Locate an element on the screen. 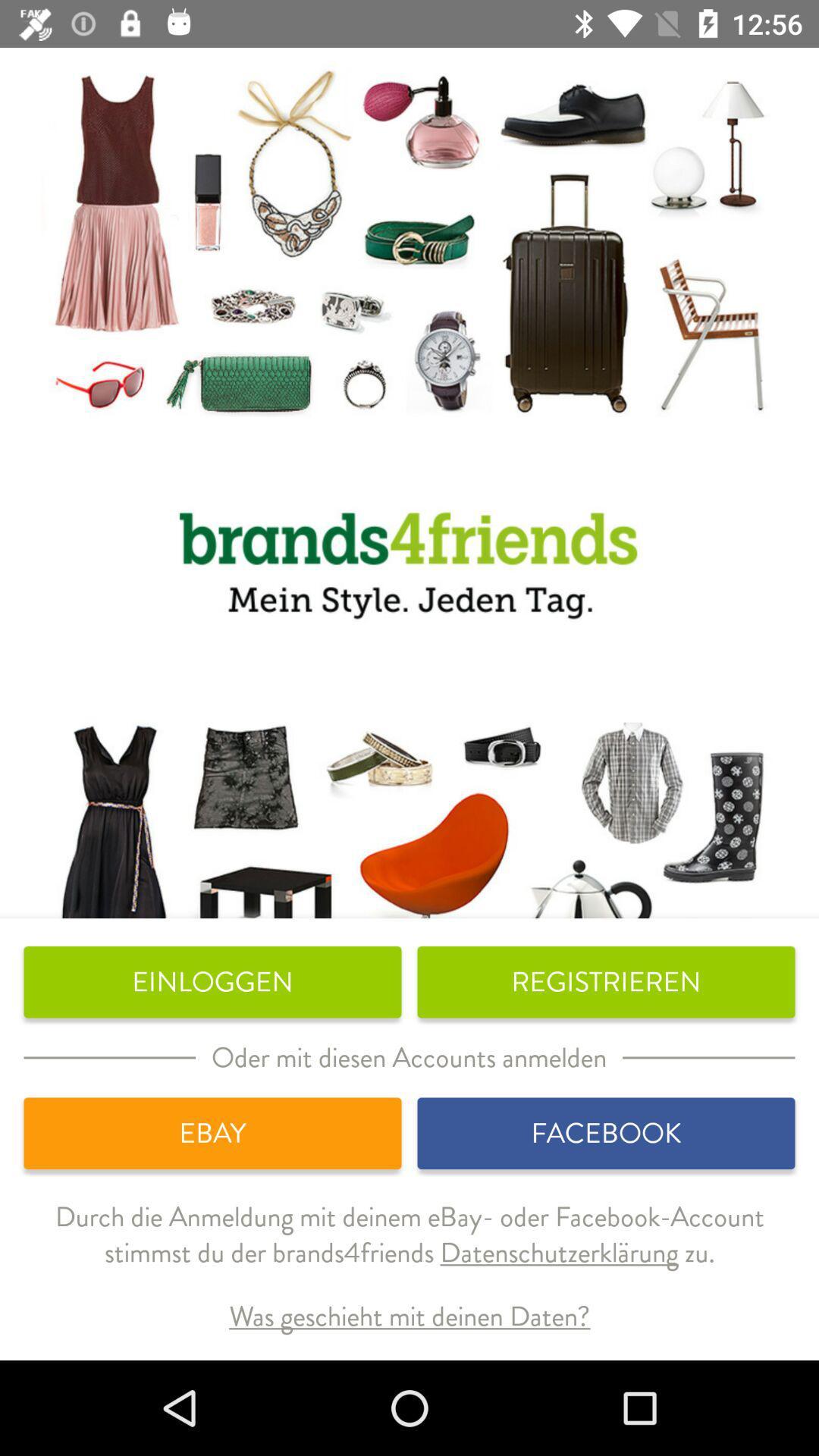 Image resolution: width=819 pixels, height=1456 pixels. icon to the left of the registrieren is located at coordinates (212, 982).